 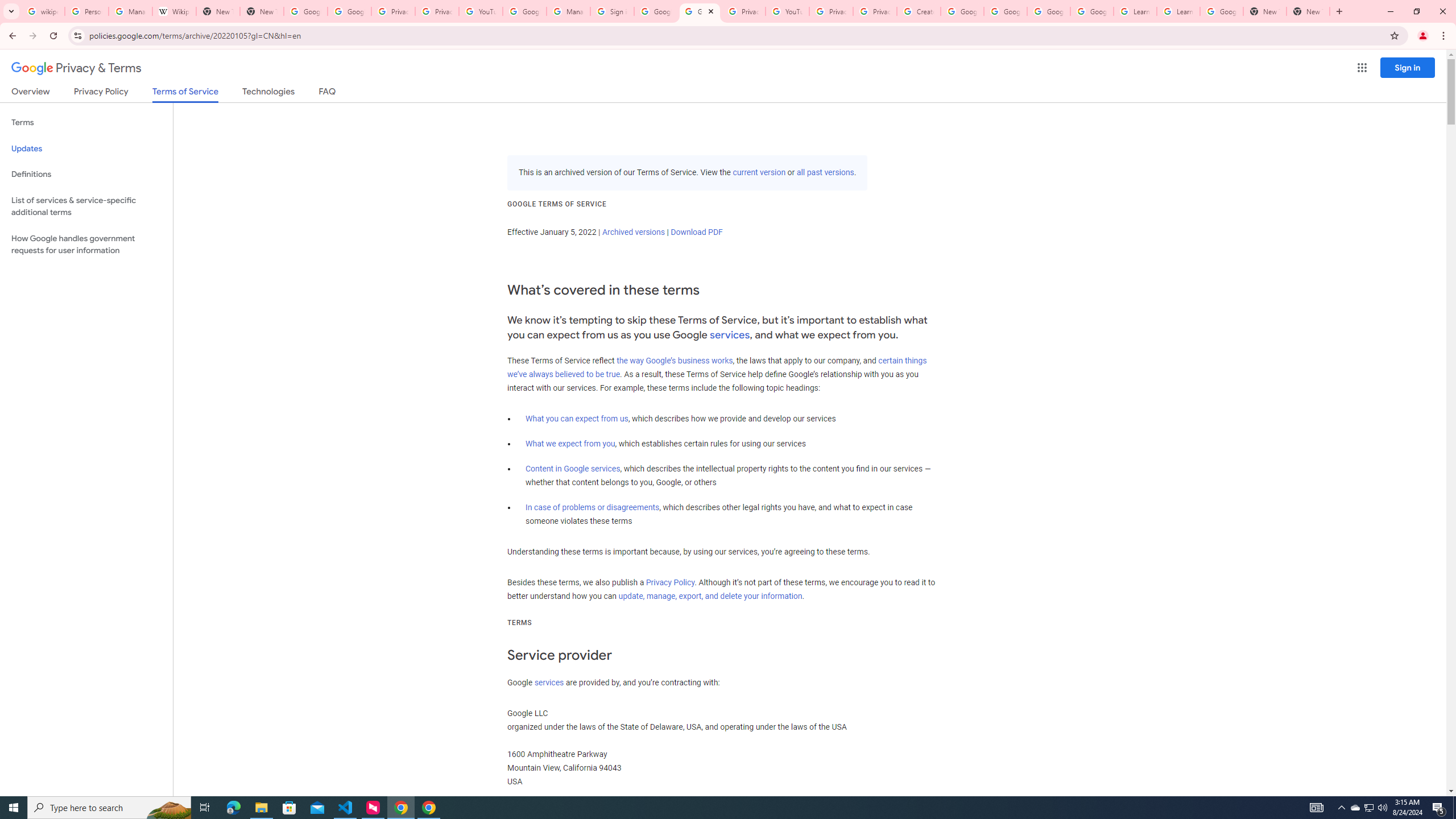 What do you see at coordinates (825, 172) in the screenshot?
I see `'all past versions'` at bounding box center [825, 172].